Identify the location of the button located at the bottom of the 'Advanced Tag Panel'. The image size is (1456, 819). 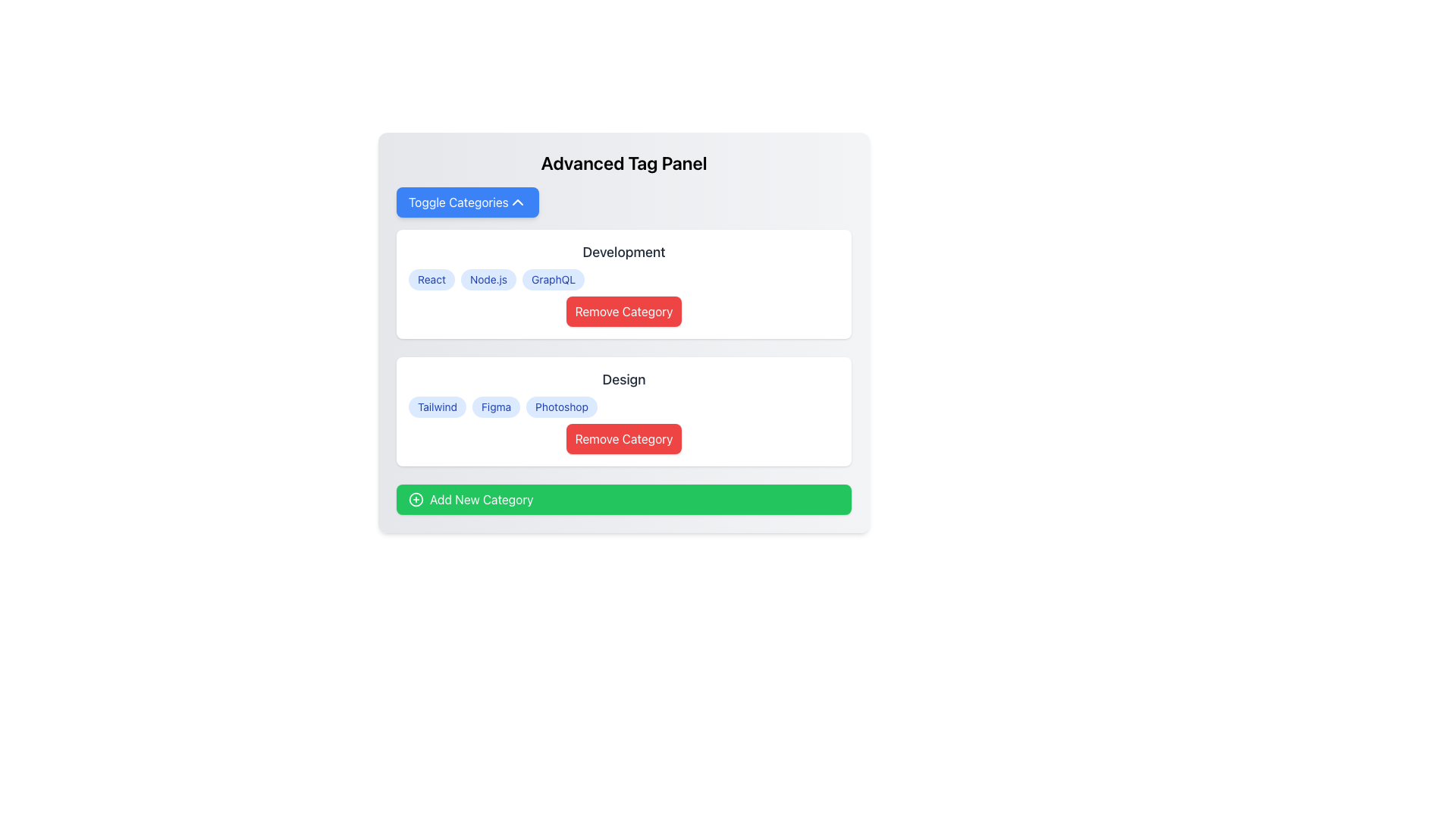
(623, 500).